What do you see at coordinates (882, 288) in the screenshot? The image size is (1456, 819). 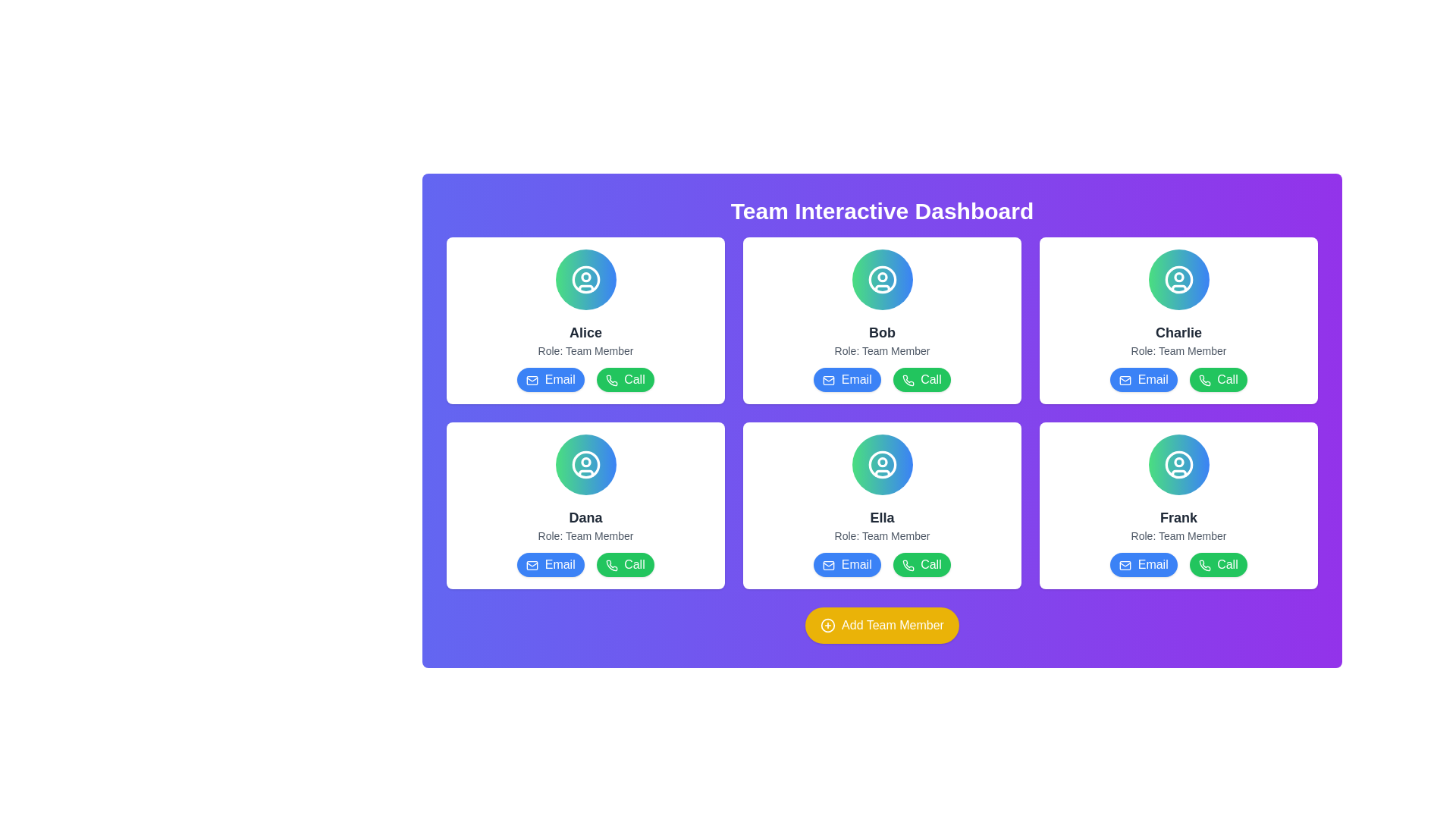 I see `the curved segment at the base of Bob's user profile icon, which is part of the user profile card located in the top-middle area of the interface` at bounding box center [882, 288].